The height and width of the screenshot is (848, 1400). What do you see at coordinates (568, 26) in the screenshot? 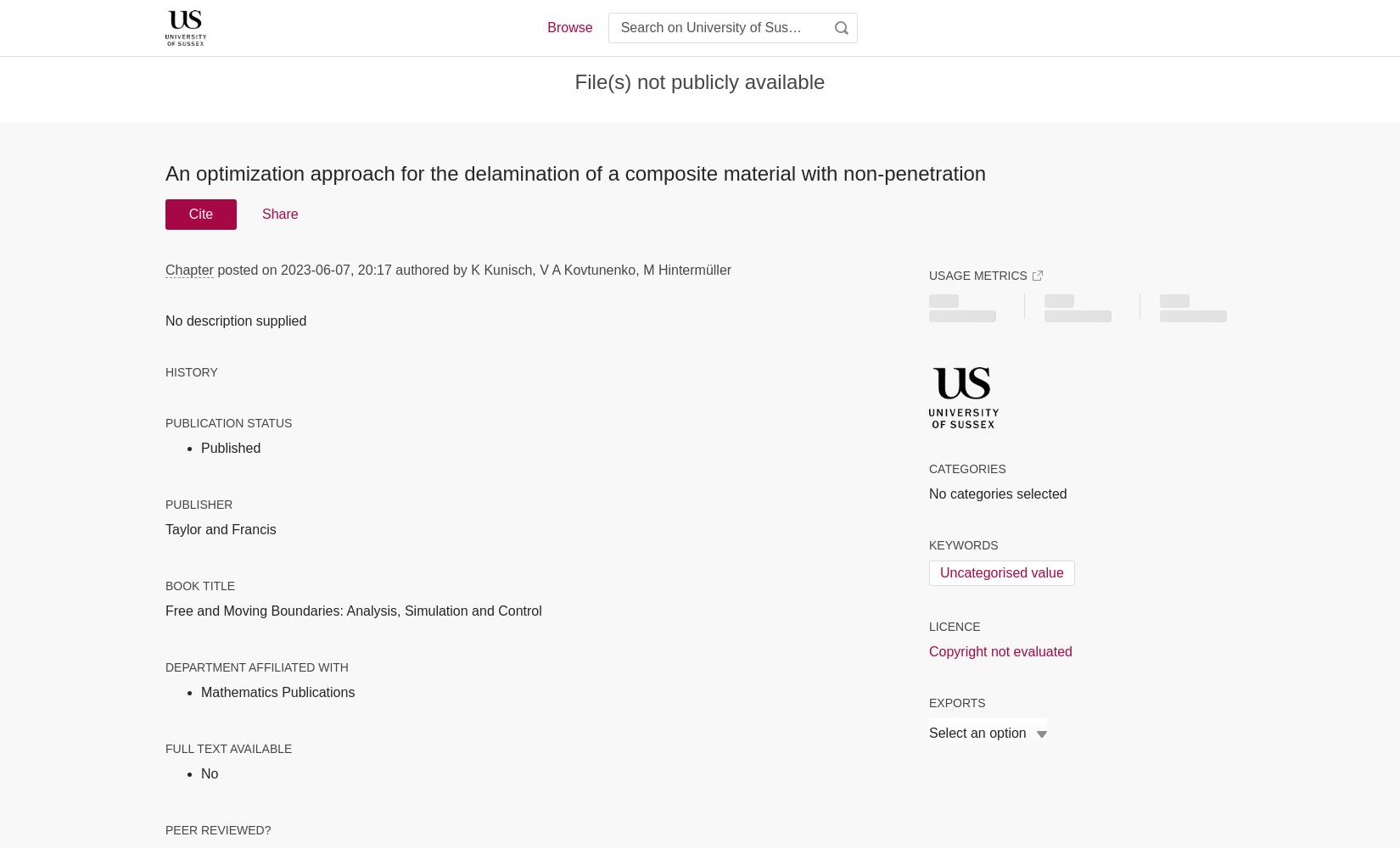
I see `'Browse'` at bounding box center [568, 26].